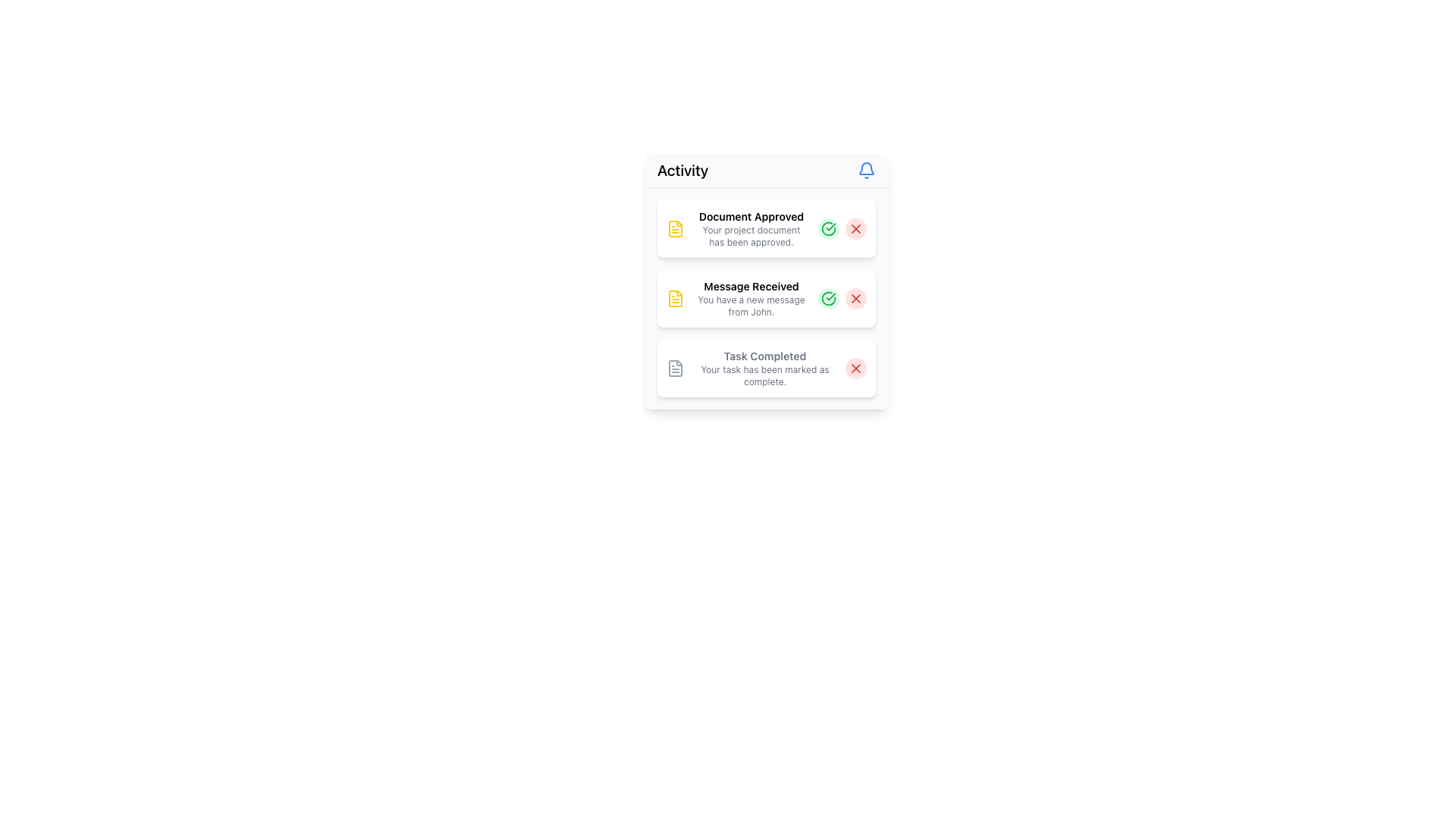 This screenshot has width=1456, height=819. I want to click on the notification text group that displays 'Document Approved' followed by 'Your project document has been approved.', so click(751, 228).